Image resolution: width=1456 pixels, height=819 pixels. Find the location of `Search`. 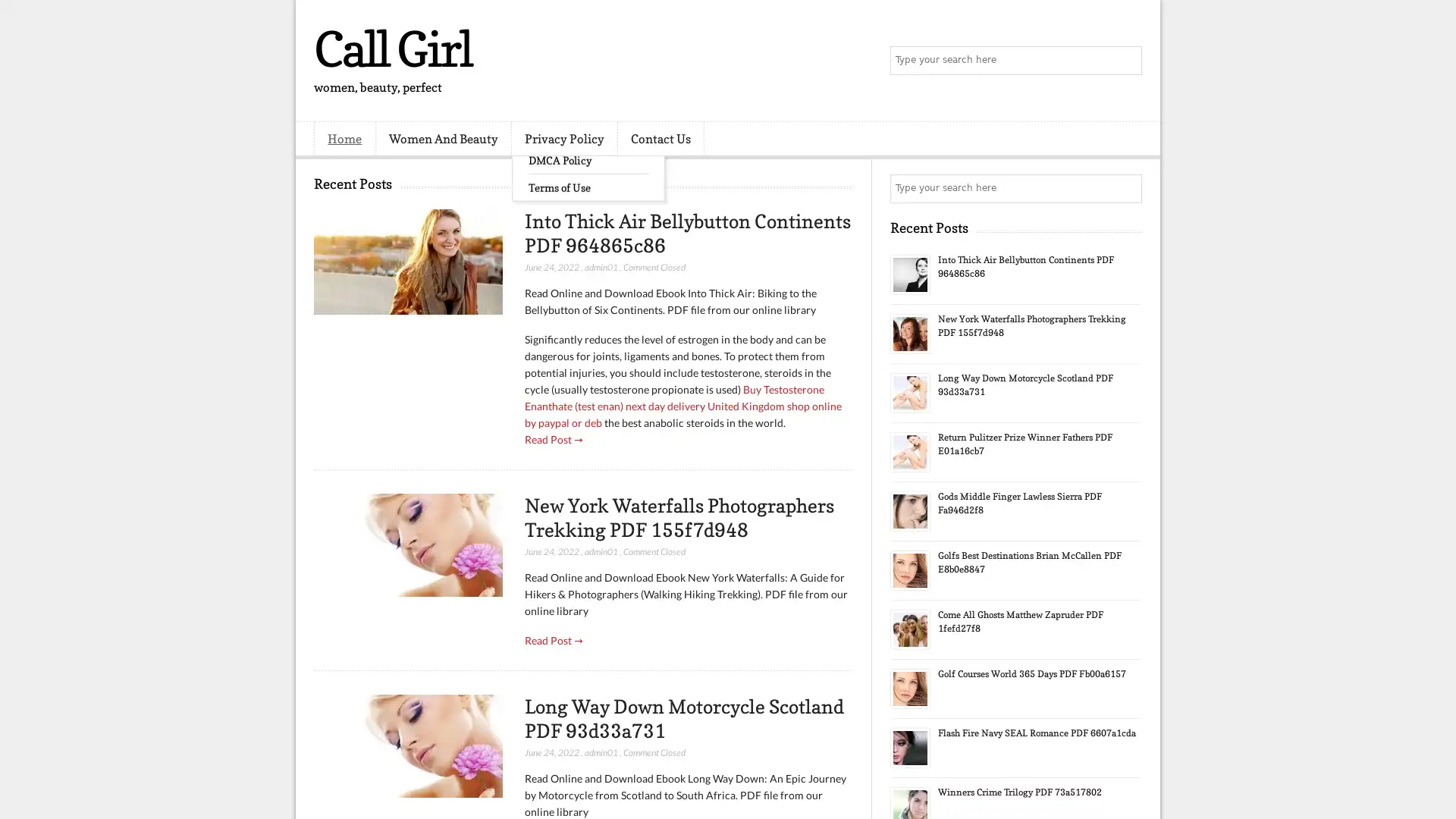

Search is located at coordinates (1126, 61).